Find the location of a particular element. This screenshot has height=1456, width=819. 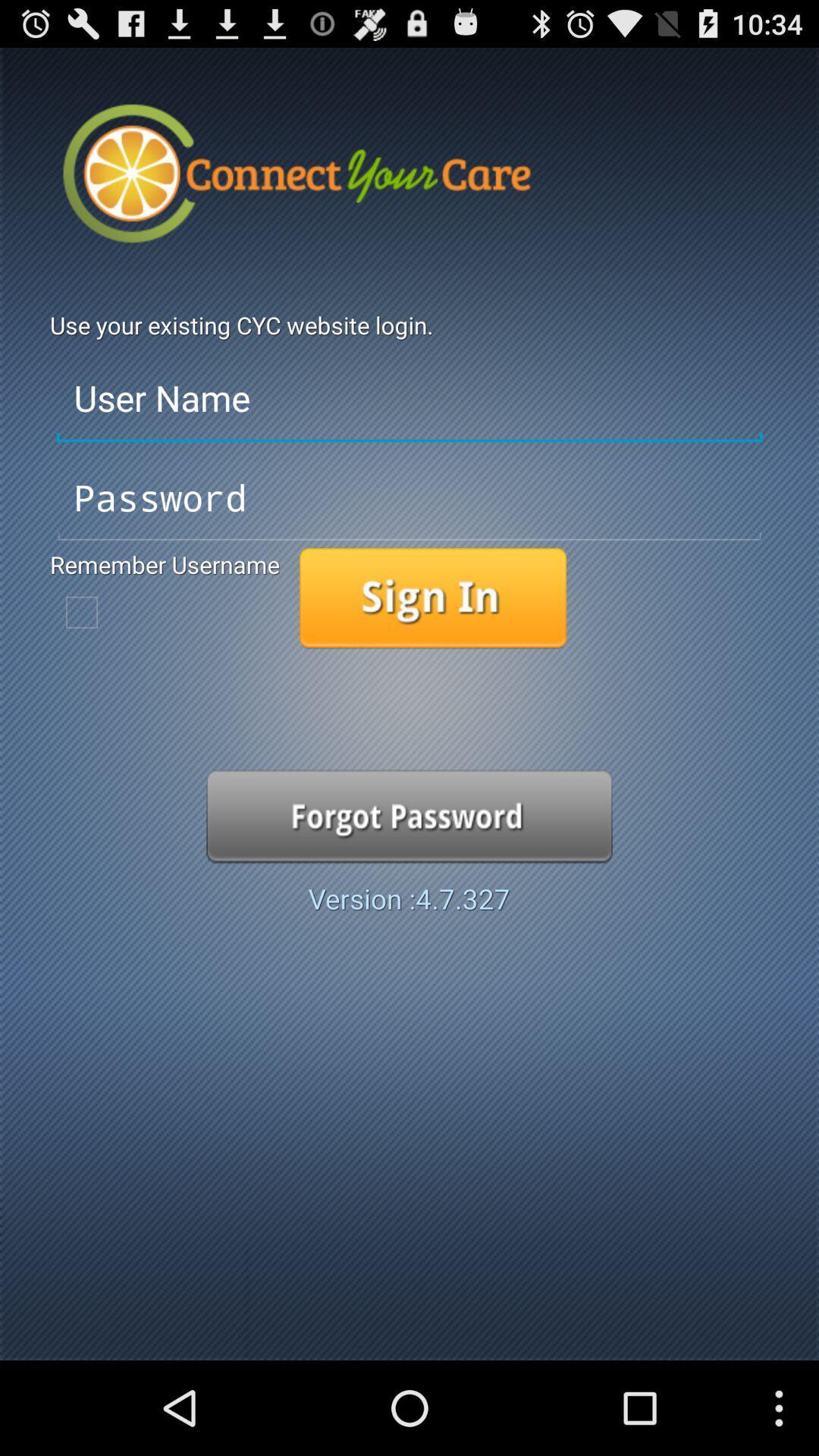

the user name is located at coordinates (409, 399).